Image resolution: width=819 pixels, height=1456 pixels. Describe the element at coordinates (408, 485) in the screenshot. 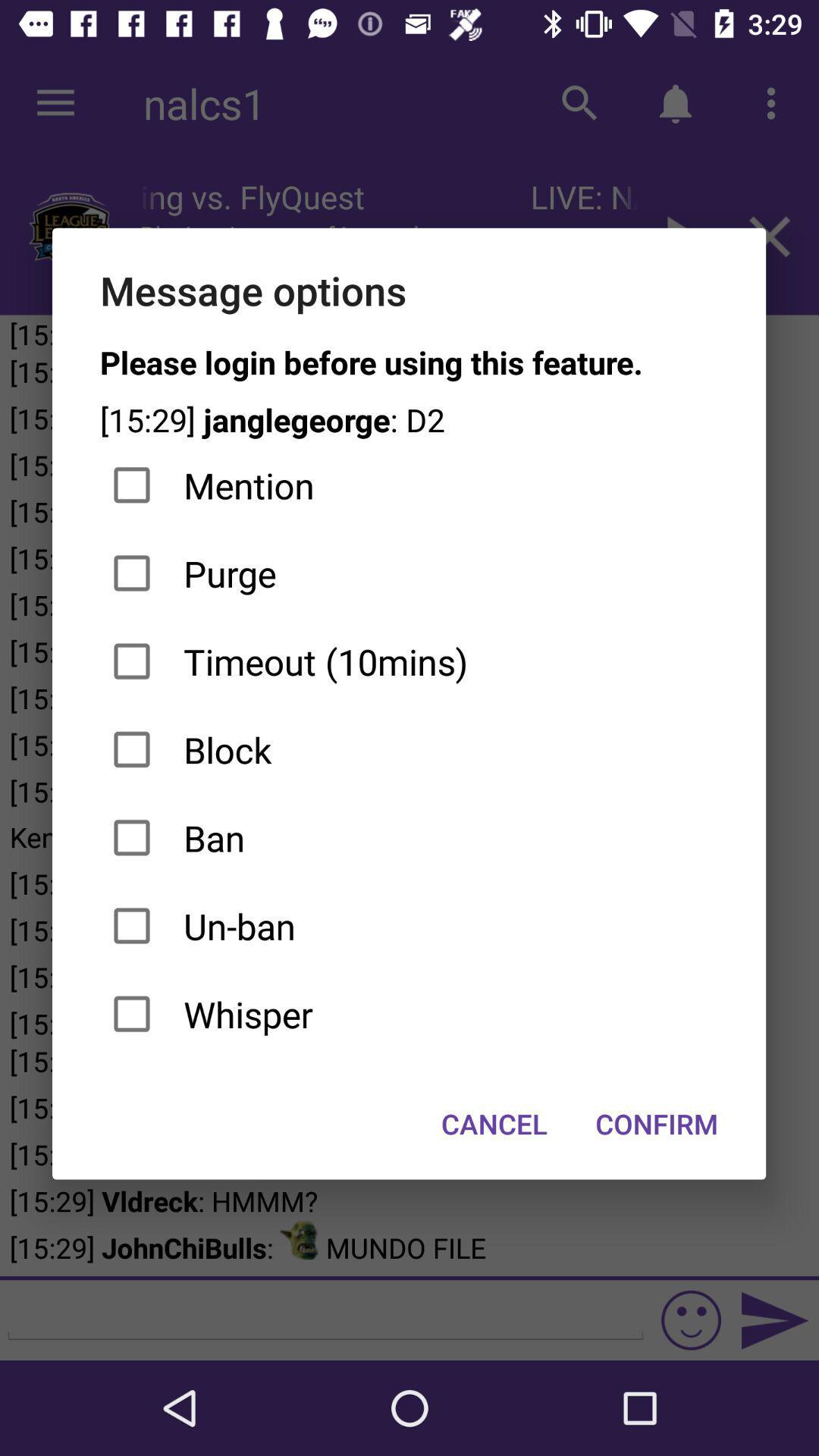

I see `icon below 15 29 janglegeorge app` at that location.